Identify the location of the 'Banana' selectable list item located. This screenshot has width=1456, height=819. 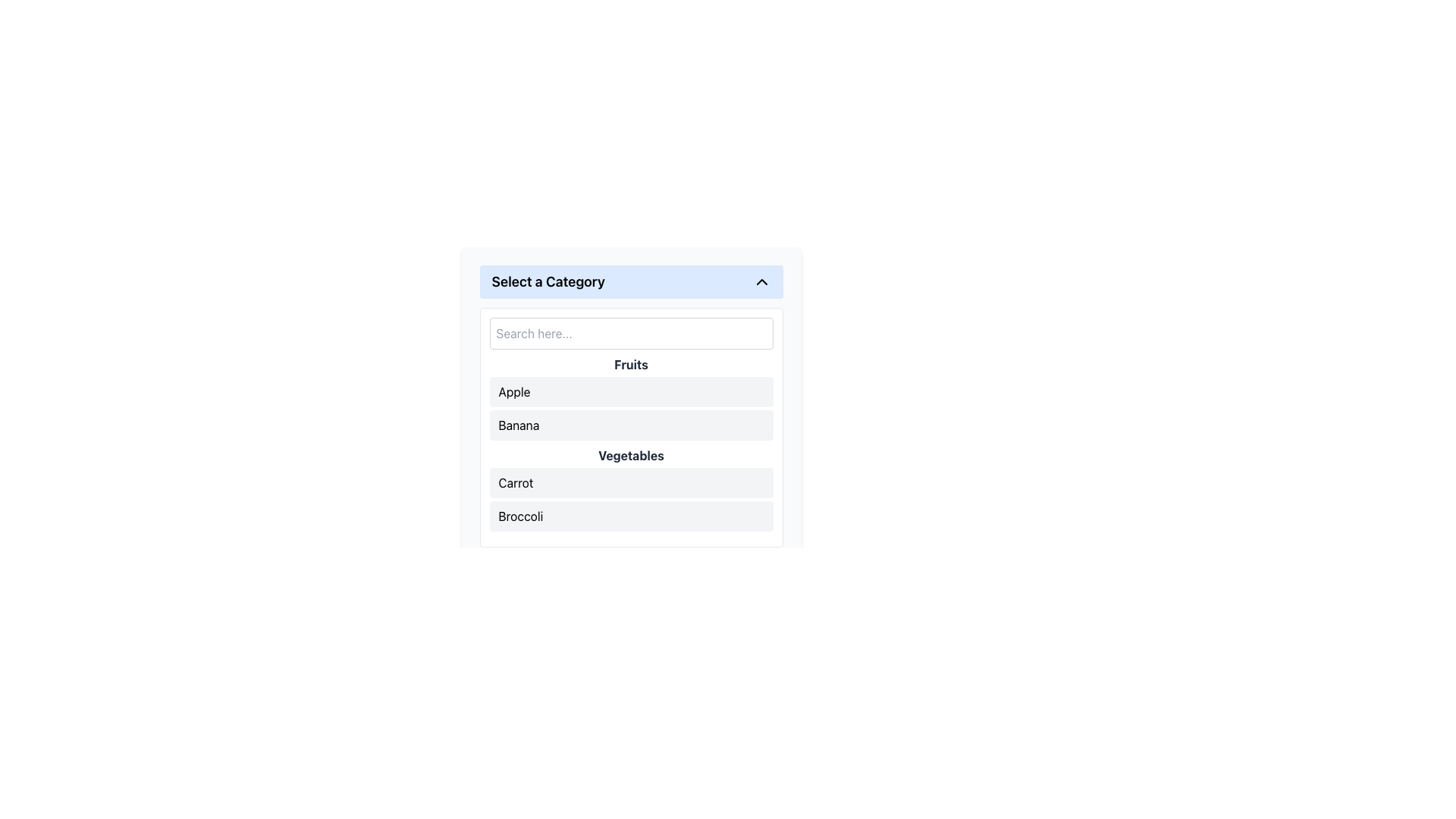
(631, 425).